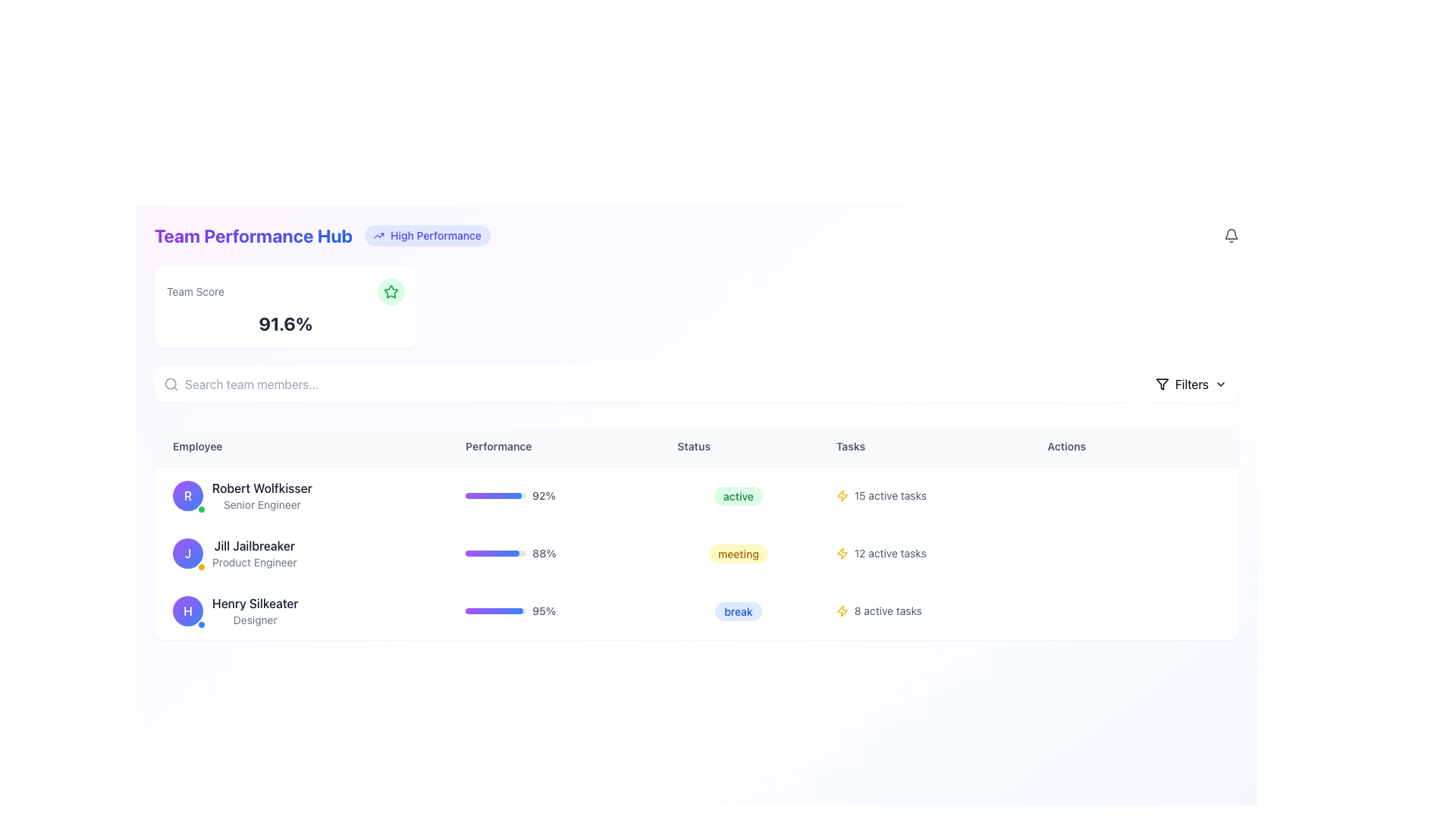  I want to click on the Progress indicator in the 'Performance' column of the third row, located under 'Henry Silkeater' in the 'Employee' column, so click(552, 610).